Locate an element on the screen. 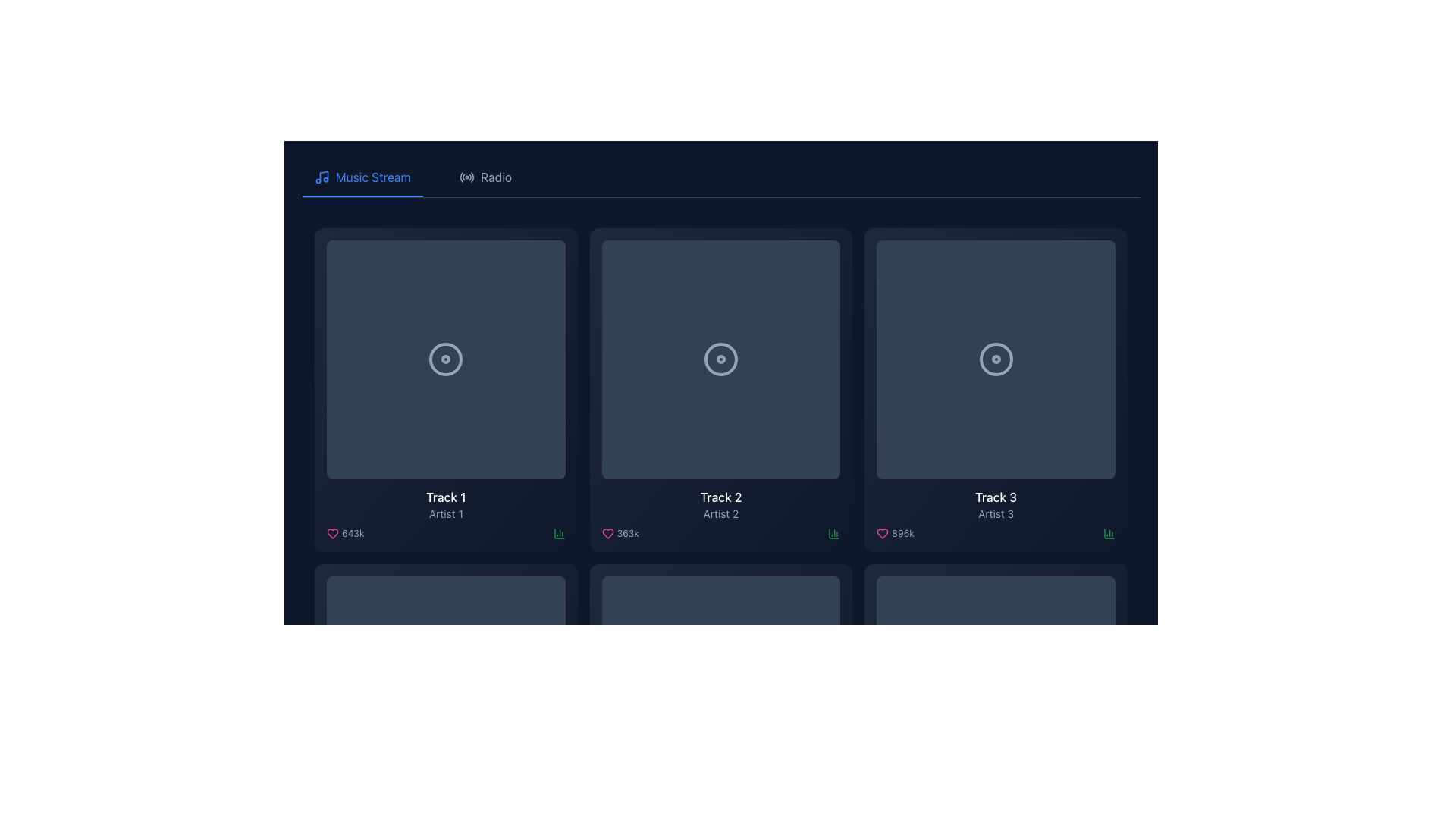  the first navigation tab in the navigation bar is located at coordinates (362, 177).